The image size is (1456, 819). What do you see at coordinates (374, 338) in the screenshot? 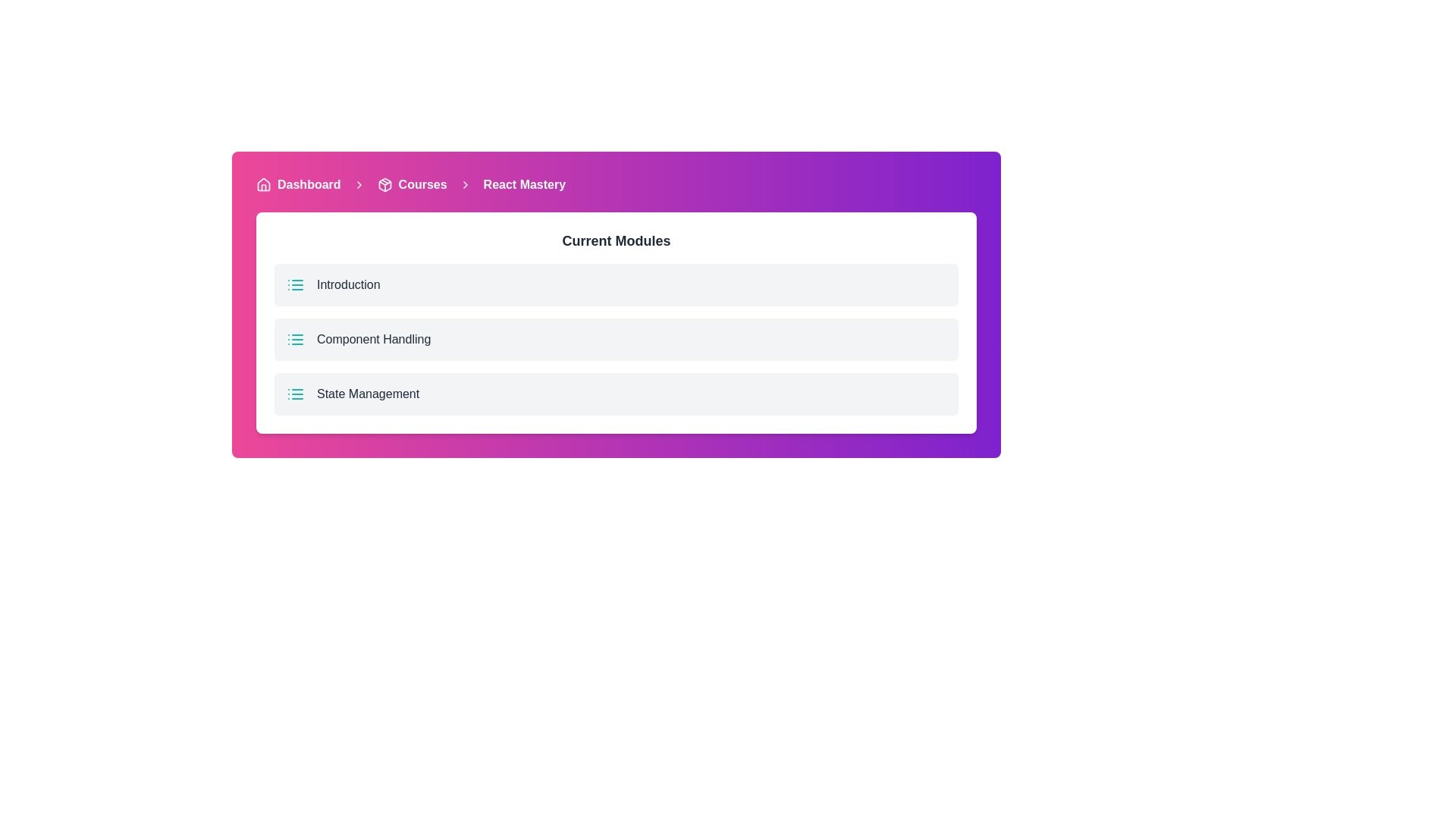
I see `the content of the text label located in the center-right section of the row, which is the second item in the list, following 'Introduction' and preceding 'State Management'` at bounding box center [374, 338].